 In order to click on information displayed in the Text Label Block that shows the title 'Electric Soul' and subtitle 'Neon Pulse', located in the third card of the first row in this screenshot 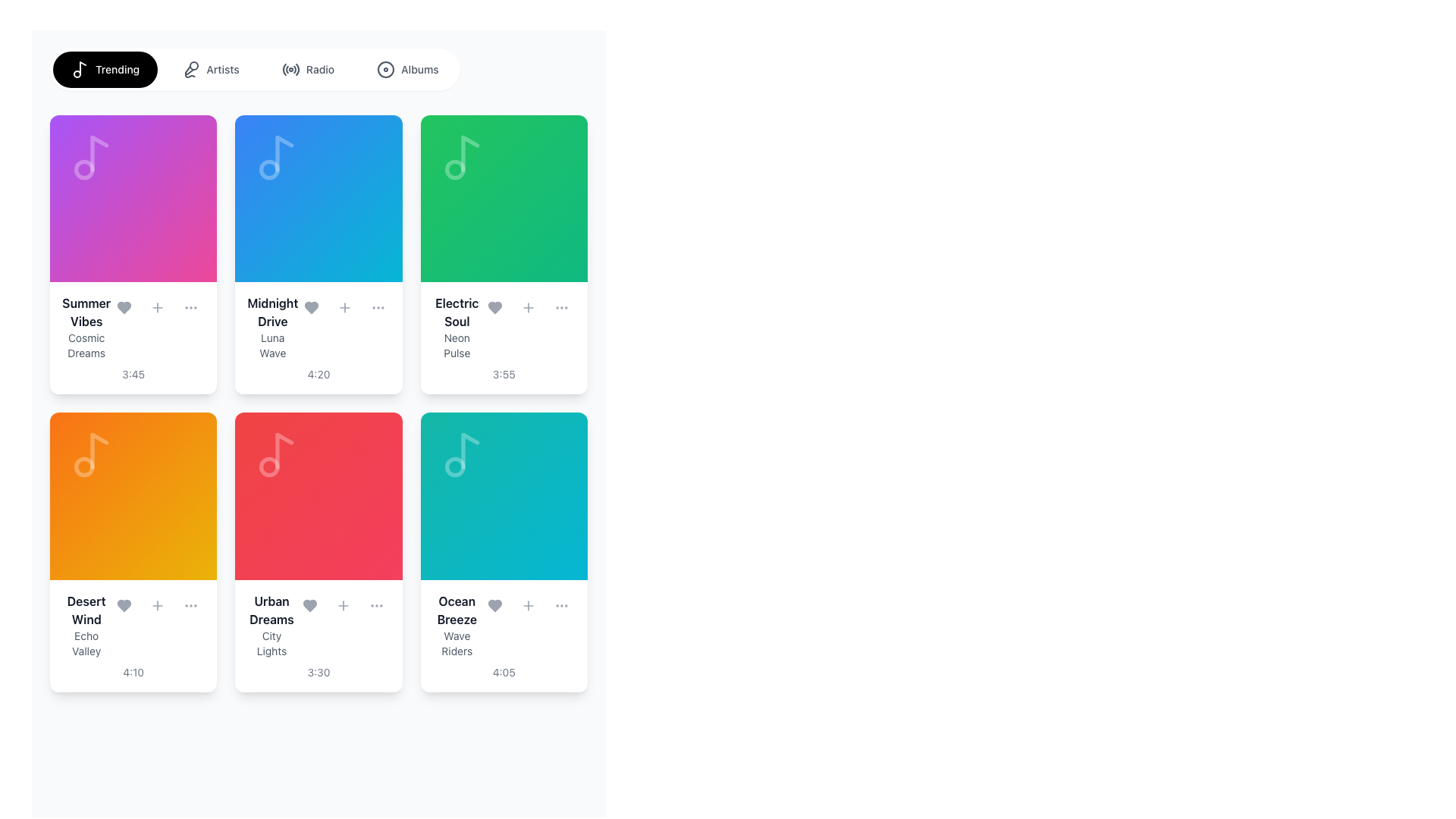, I will do `click(456, 327)`.